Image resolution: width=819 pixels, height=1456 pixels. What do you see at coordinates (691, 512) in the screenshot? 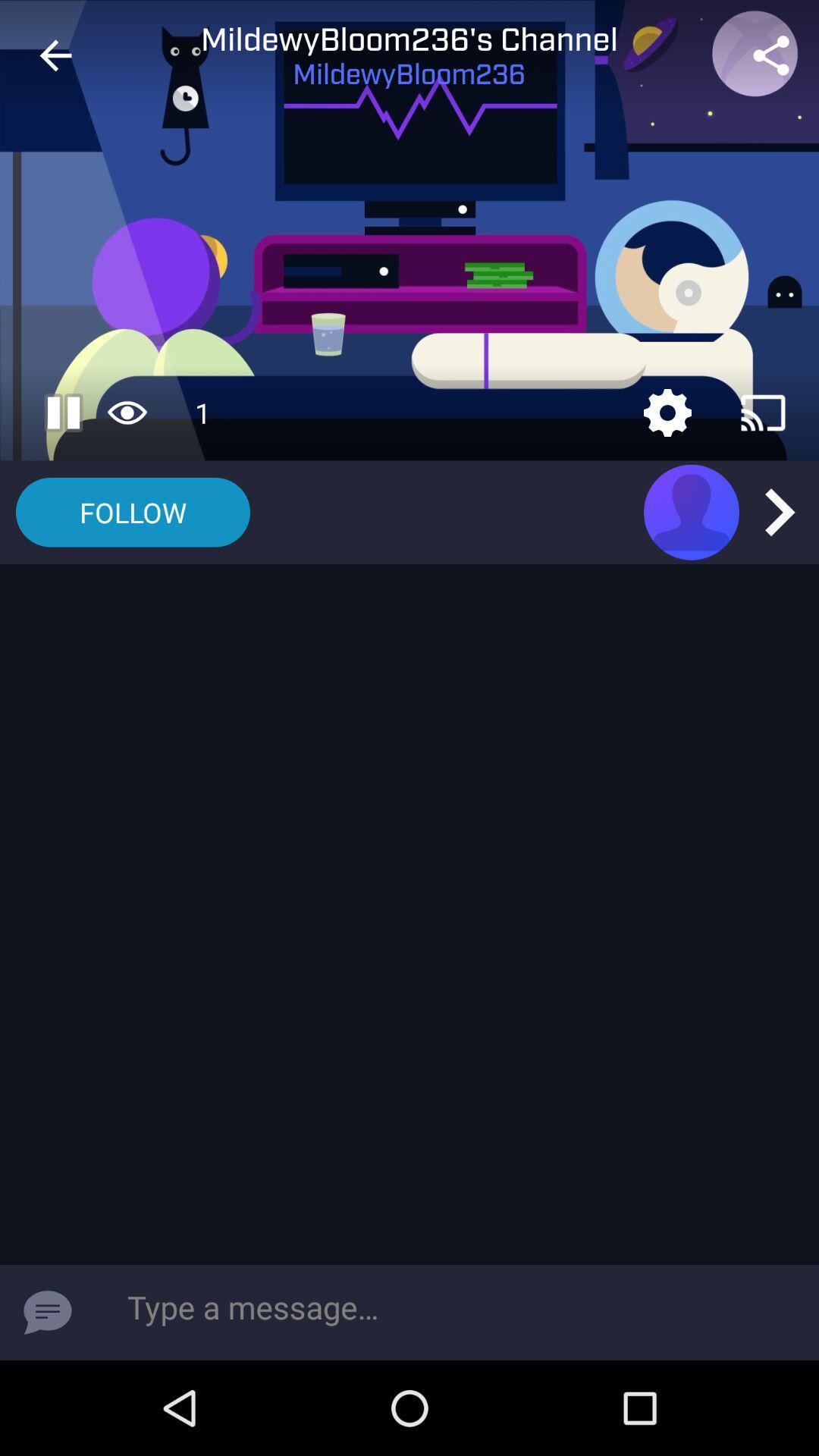
I see `the avatar icon` at bounding box center [691, 512].